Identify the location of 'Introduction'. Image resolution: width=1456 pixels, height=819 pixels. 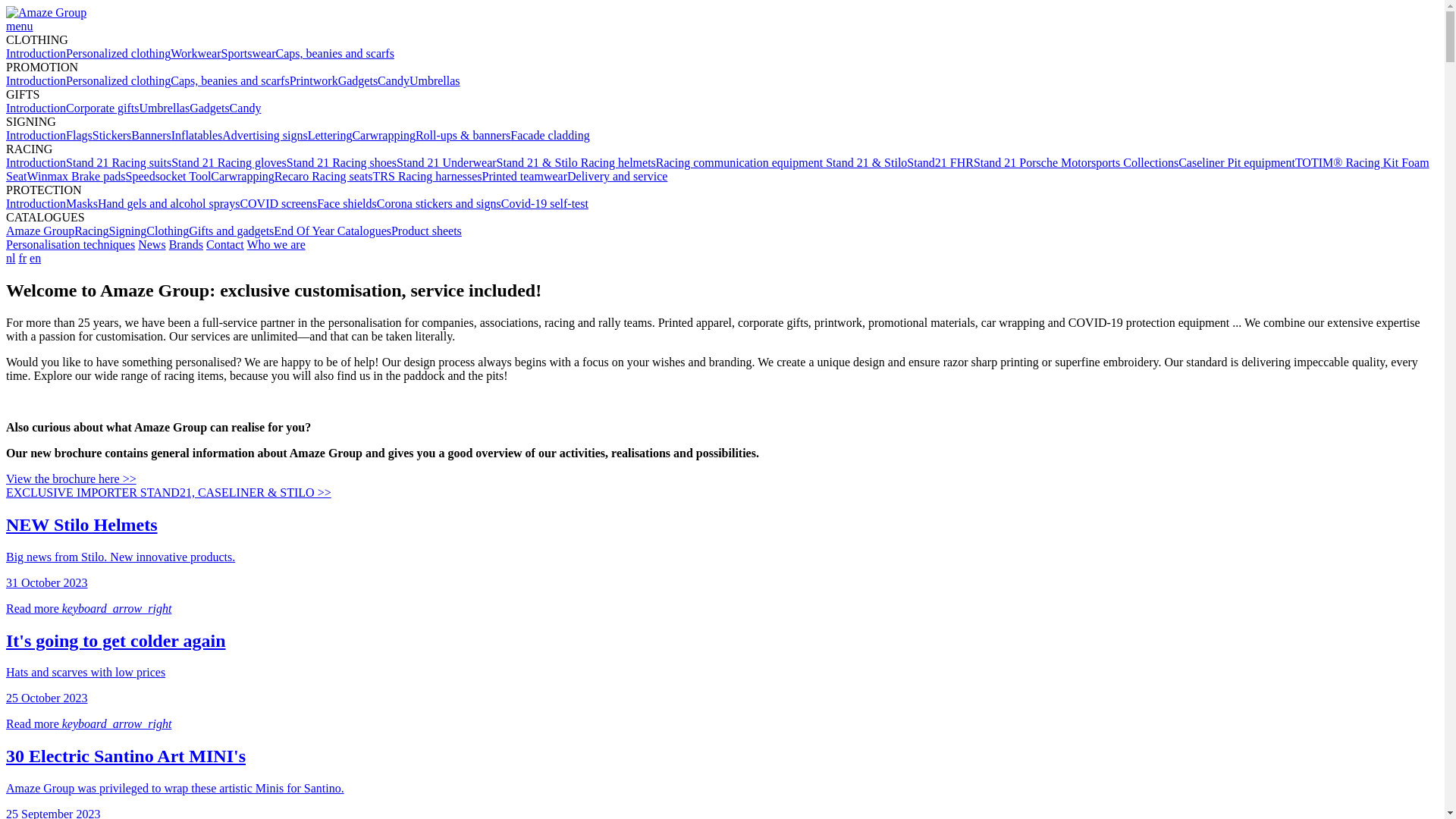
(36, 80).